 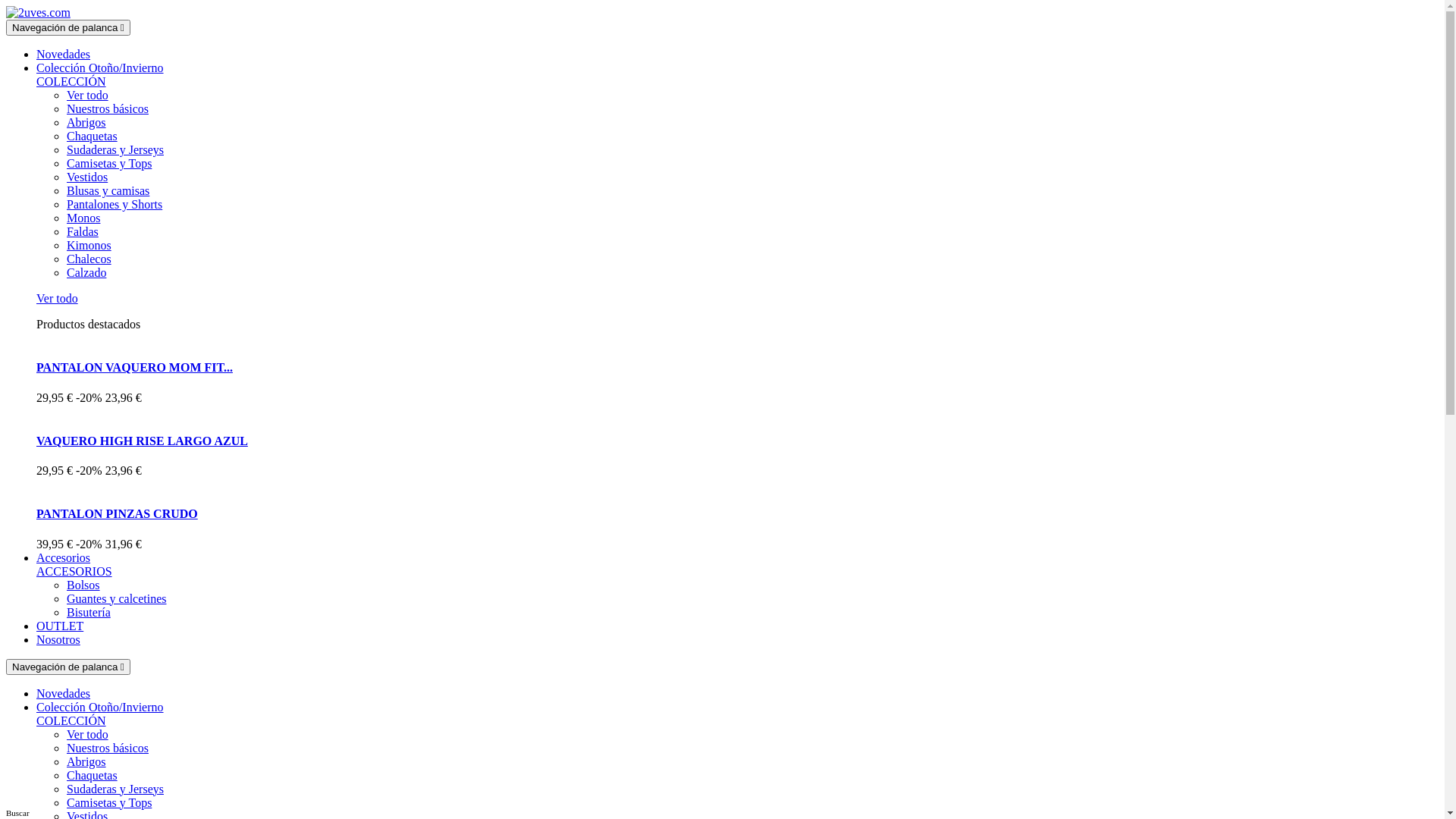 What do you see at coordinates (113, 203) in the screenshot?
I see `'Pantalones y Shorts'` at bounding box center [113, 203].